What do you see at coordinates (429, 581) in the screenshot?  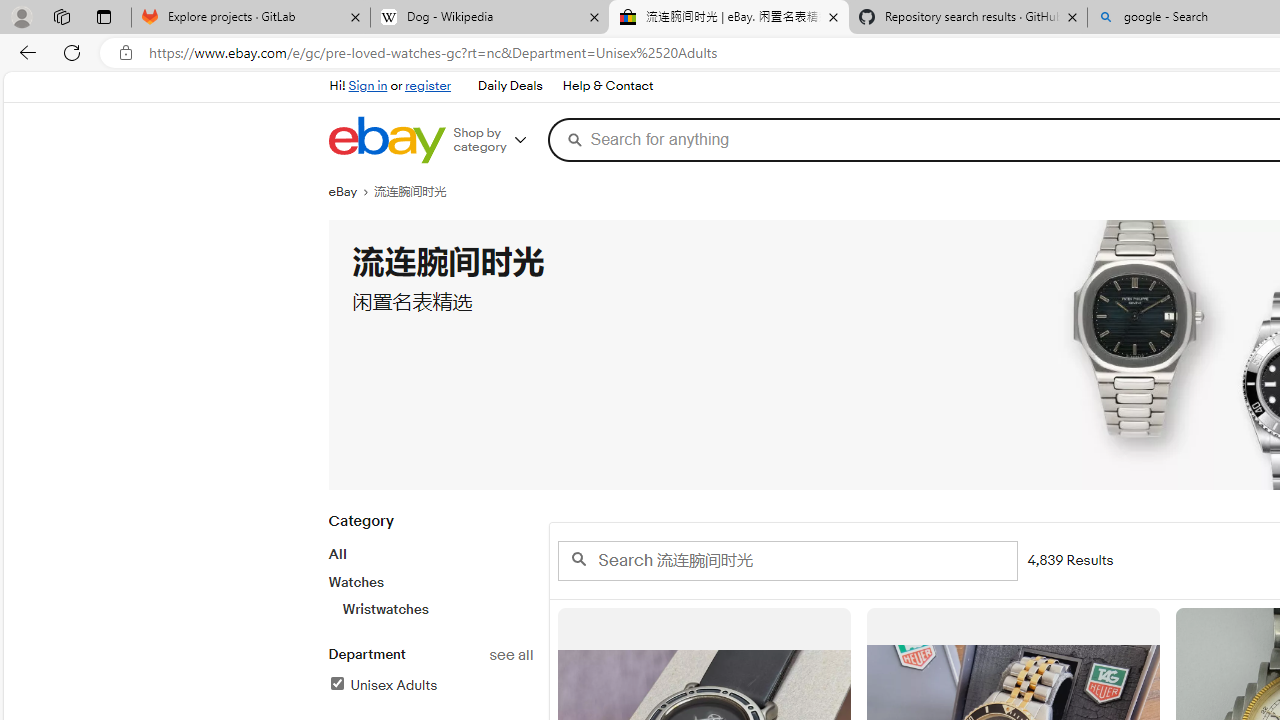 I see `'AllWatchesWristwatches'` at bounding box center [429, 581].